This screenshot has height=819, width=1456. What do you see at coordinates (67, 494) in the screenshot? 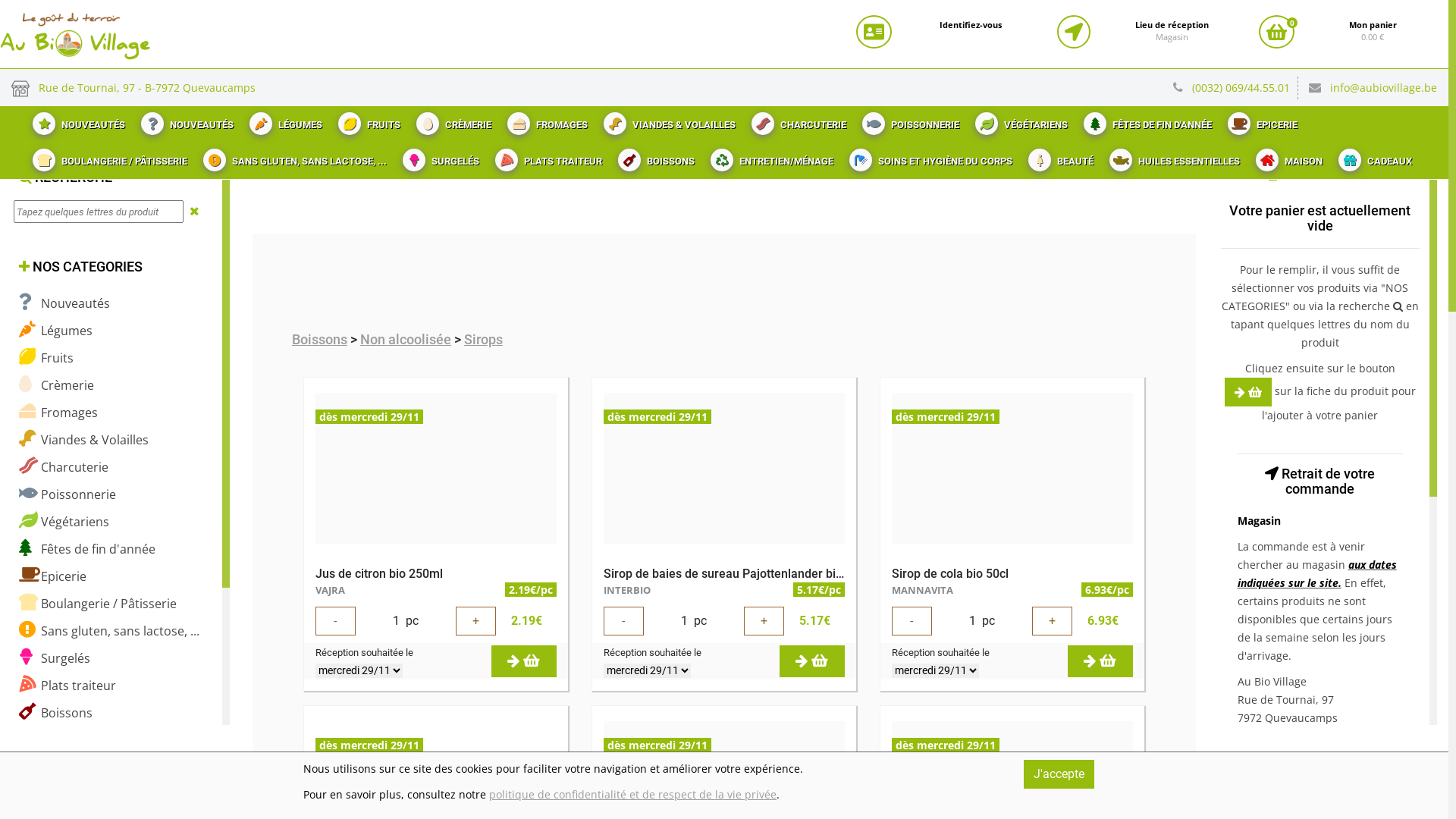
I see `'Poissonnerie'` at bounding box center [67, 494].